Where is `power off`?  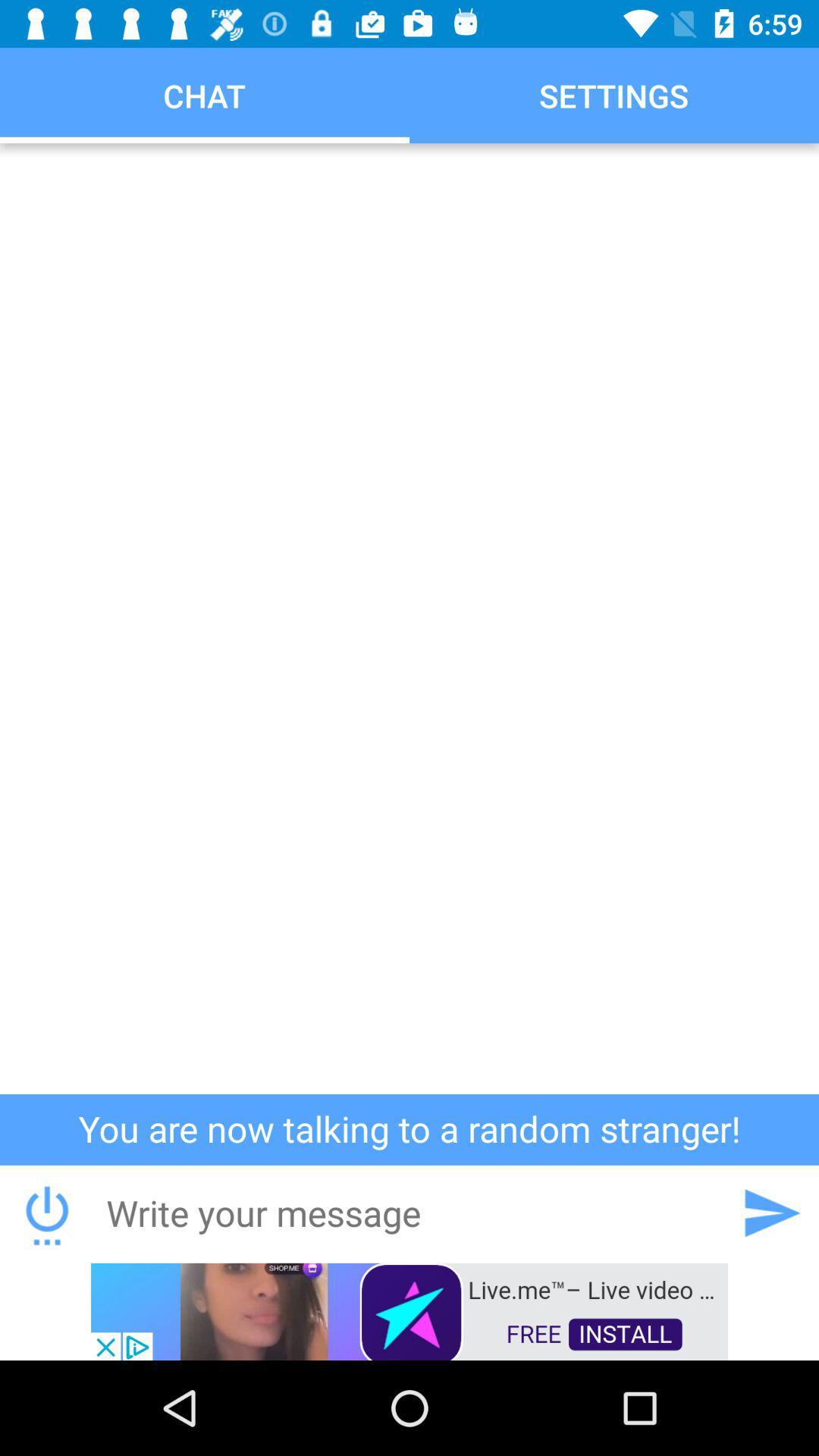
power off is located at coordinates (46, 1212).